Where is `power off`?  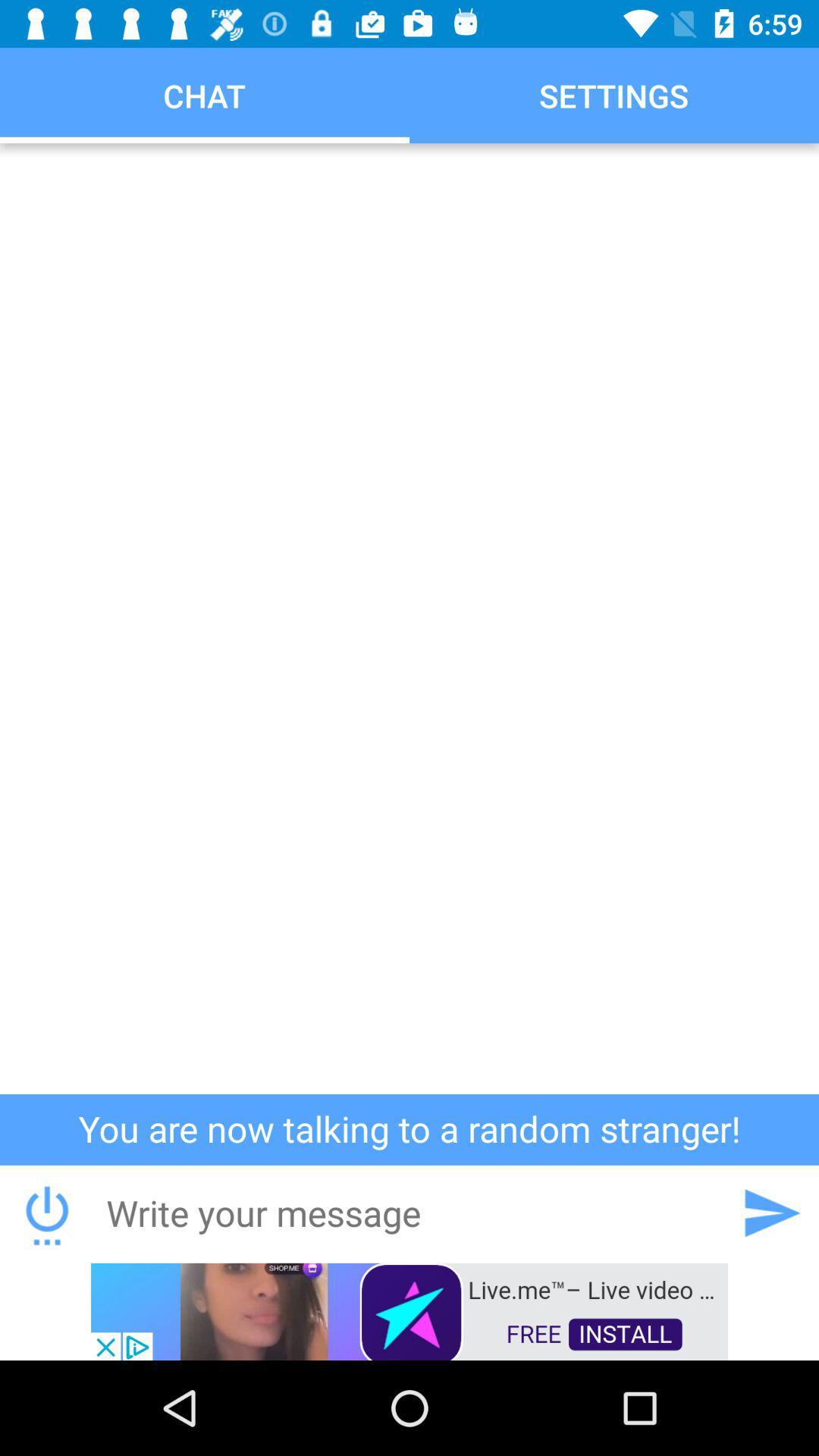
power off is located at coordinates (46, 1212).